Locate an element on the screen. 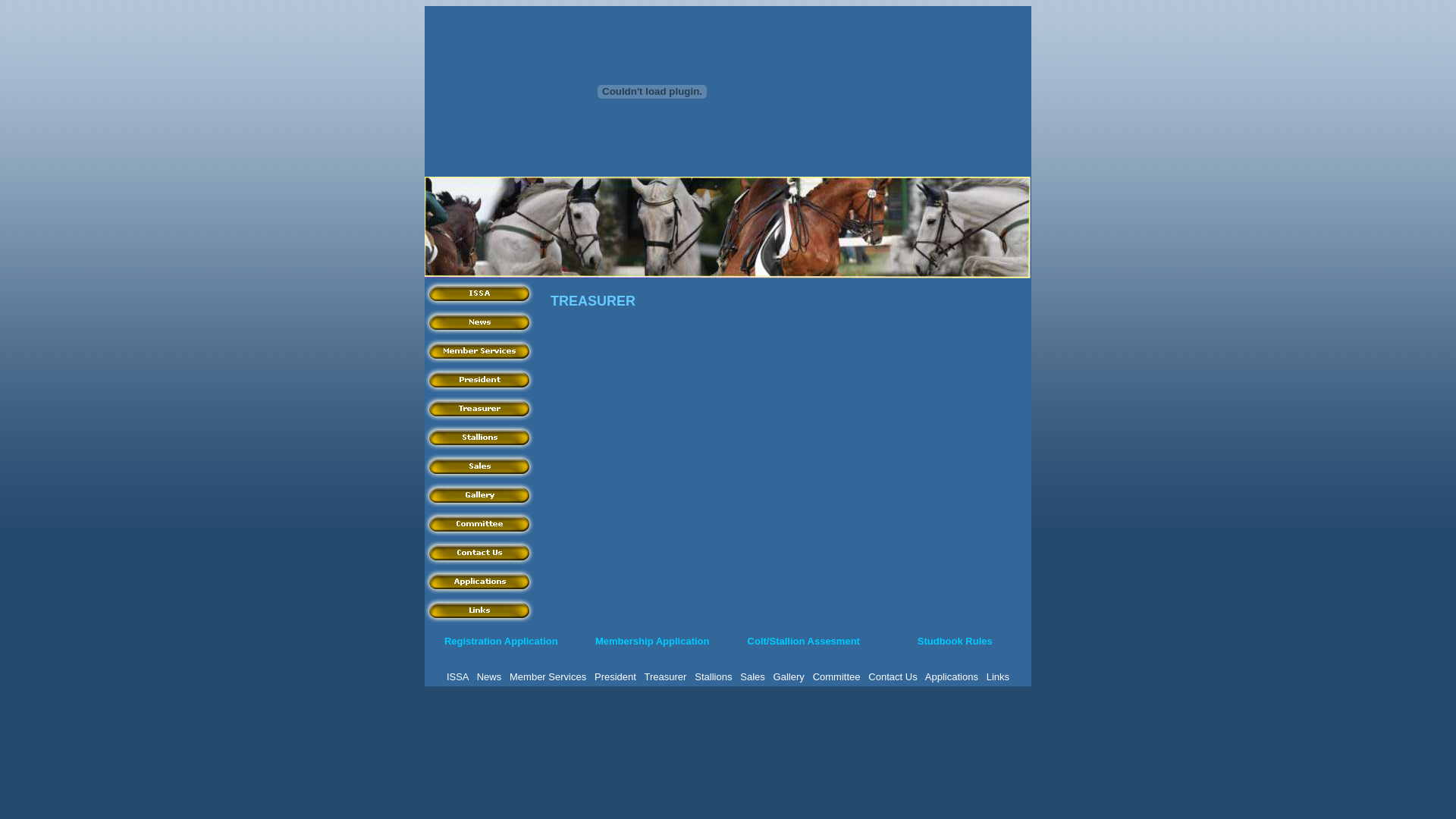 The width and height of the screenshot is (1456, 819). 'President' is located at coordinates (479, 378).